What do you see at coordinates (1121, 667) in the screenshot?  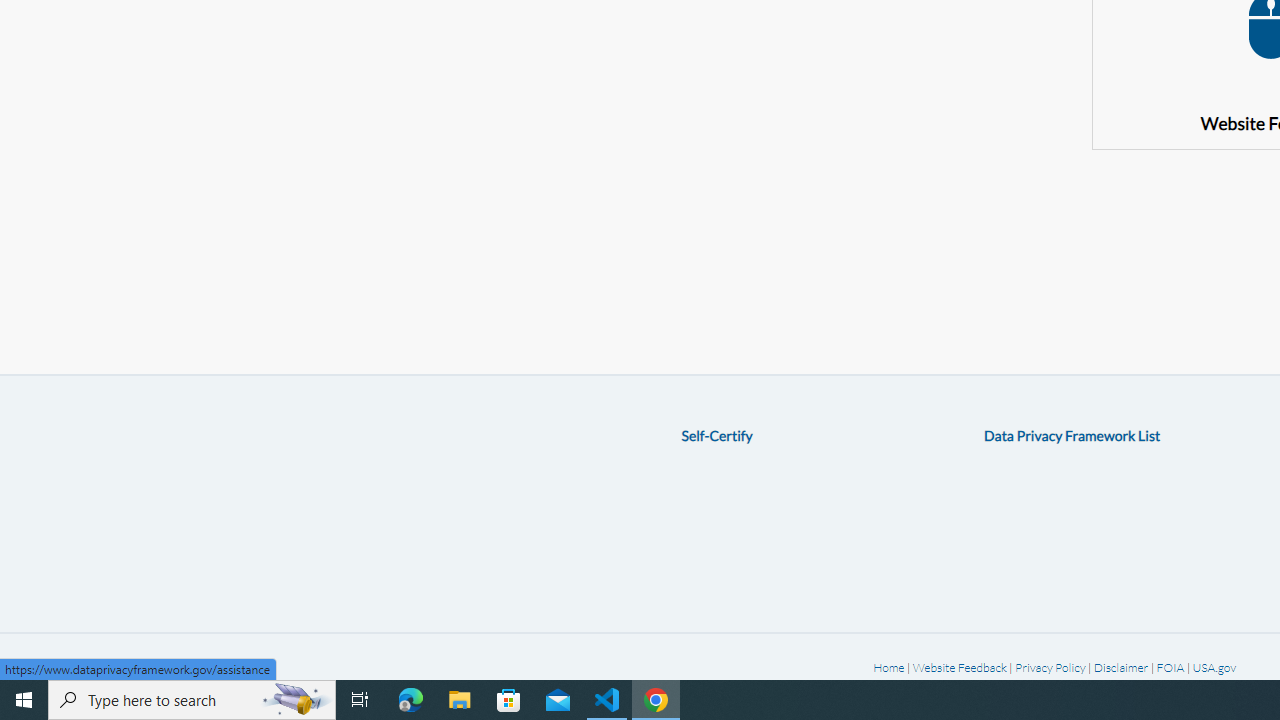 I see `'Disclaimer'` at bounding box center [1121, 667].